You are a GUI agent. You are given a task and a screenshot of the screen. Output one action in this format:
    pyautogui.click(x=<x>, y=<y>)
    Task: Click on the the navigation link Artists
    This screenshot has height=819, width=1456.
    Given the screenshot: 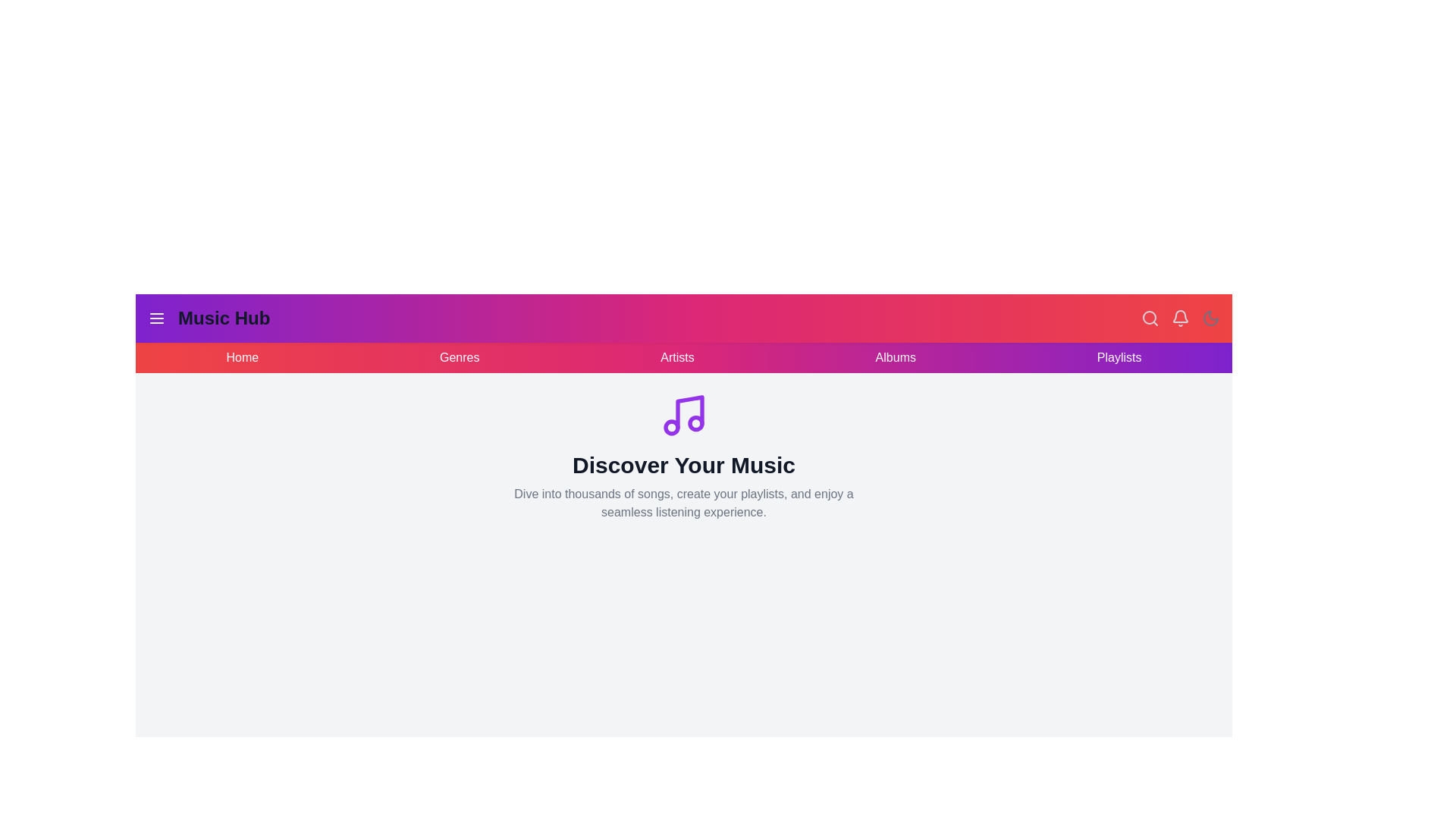 What is the action you would take?
    pyautogui.click(x=676, y=357)
    